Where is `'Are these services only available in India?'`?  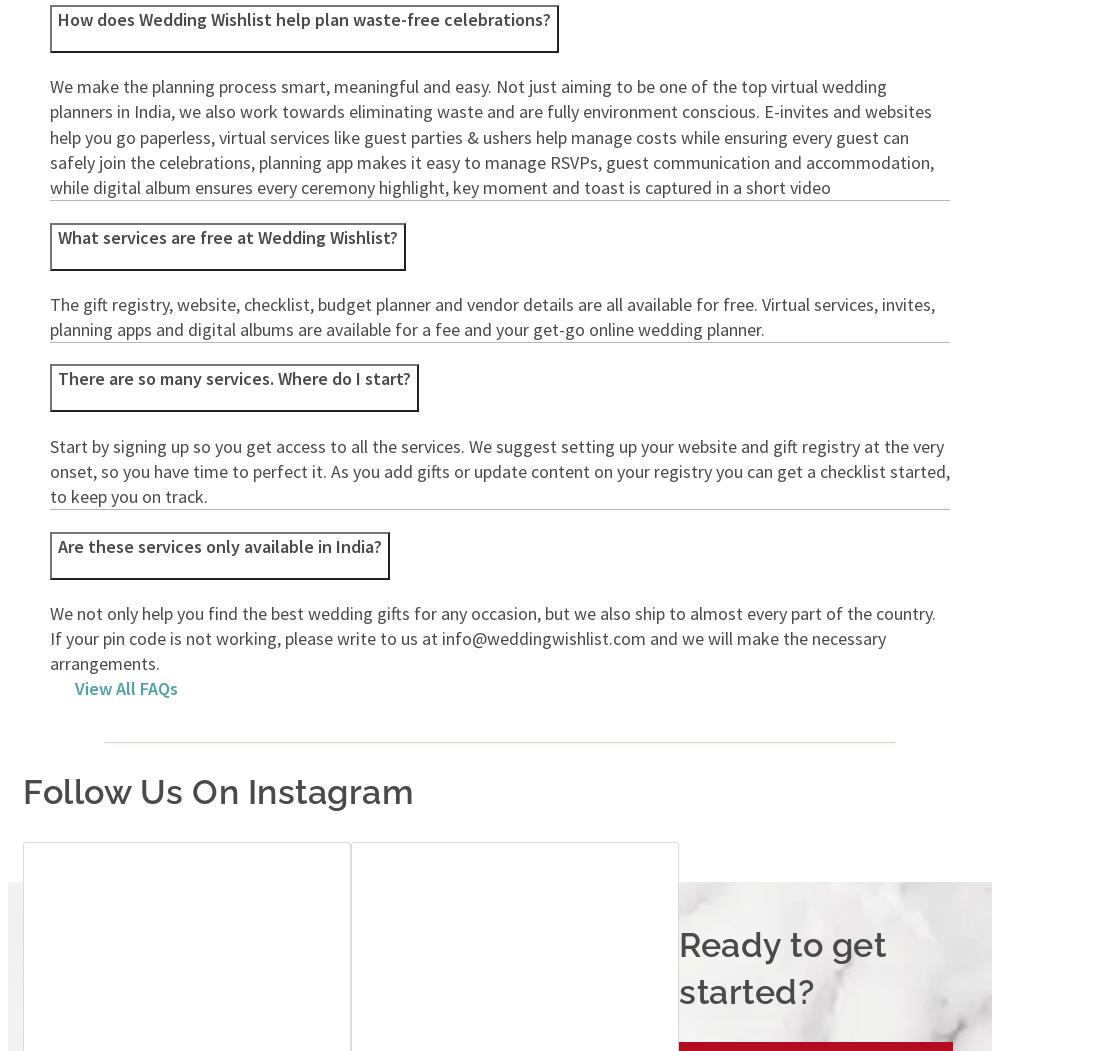
'Are these services only available in India?' is located at coordinates (220, 544).